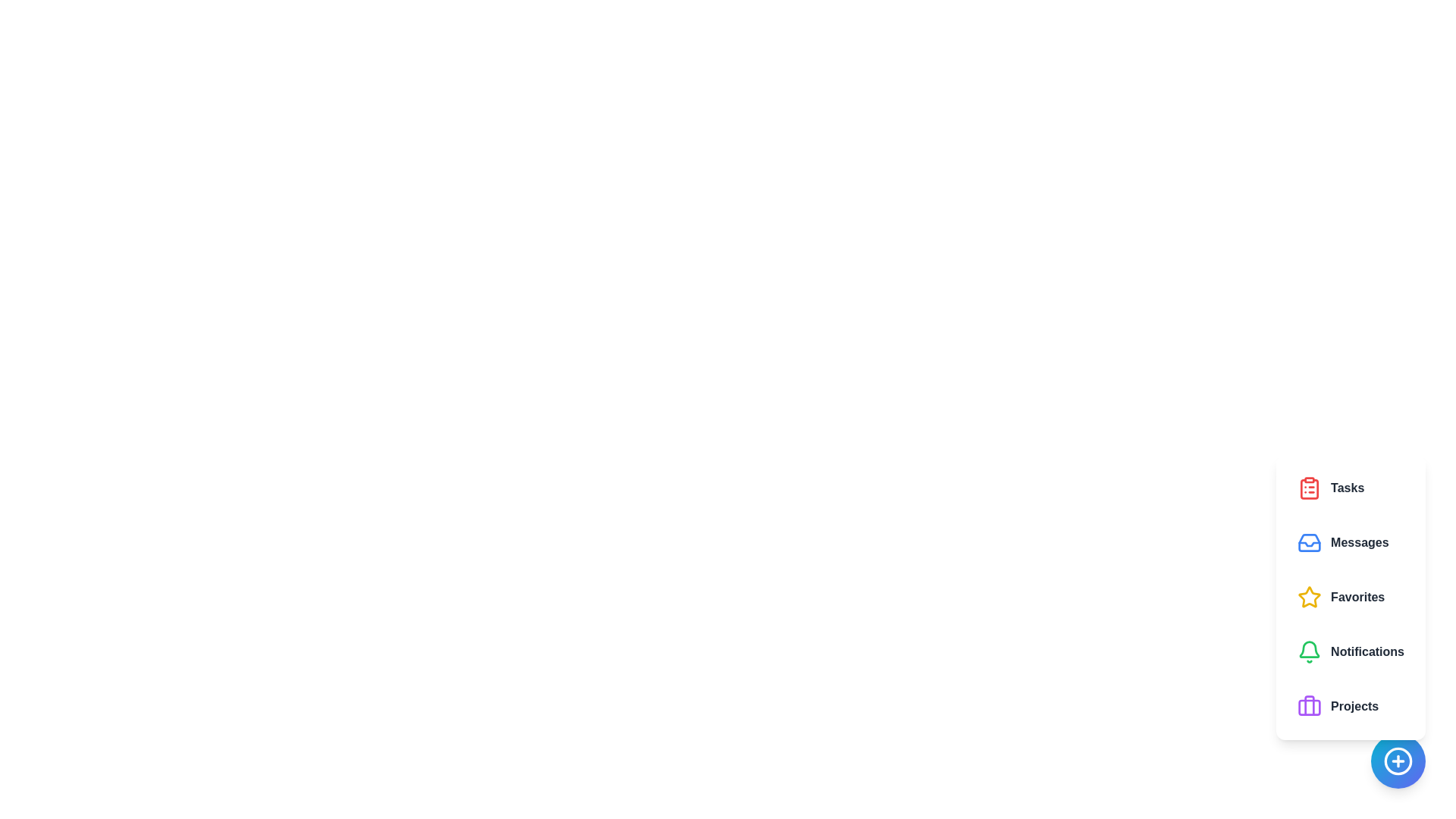 The image size is (1456, 819). What do you see at coordinates (1350, 651) in the screenshot?
I see `the feature button corresponding to Notifications` at bounding box center [1350, 651].